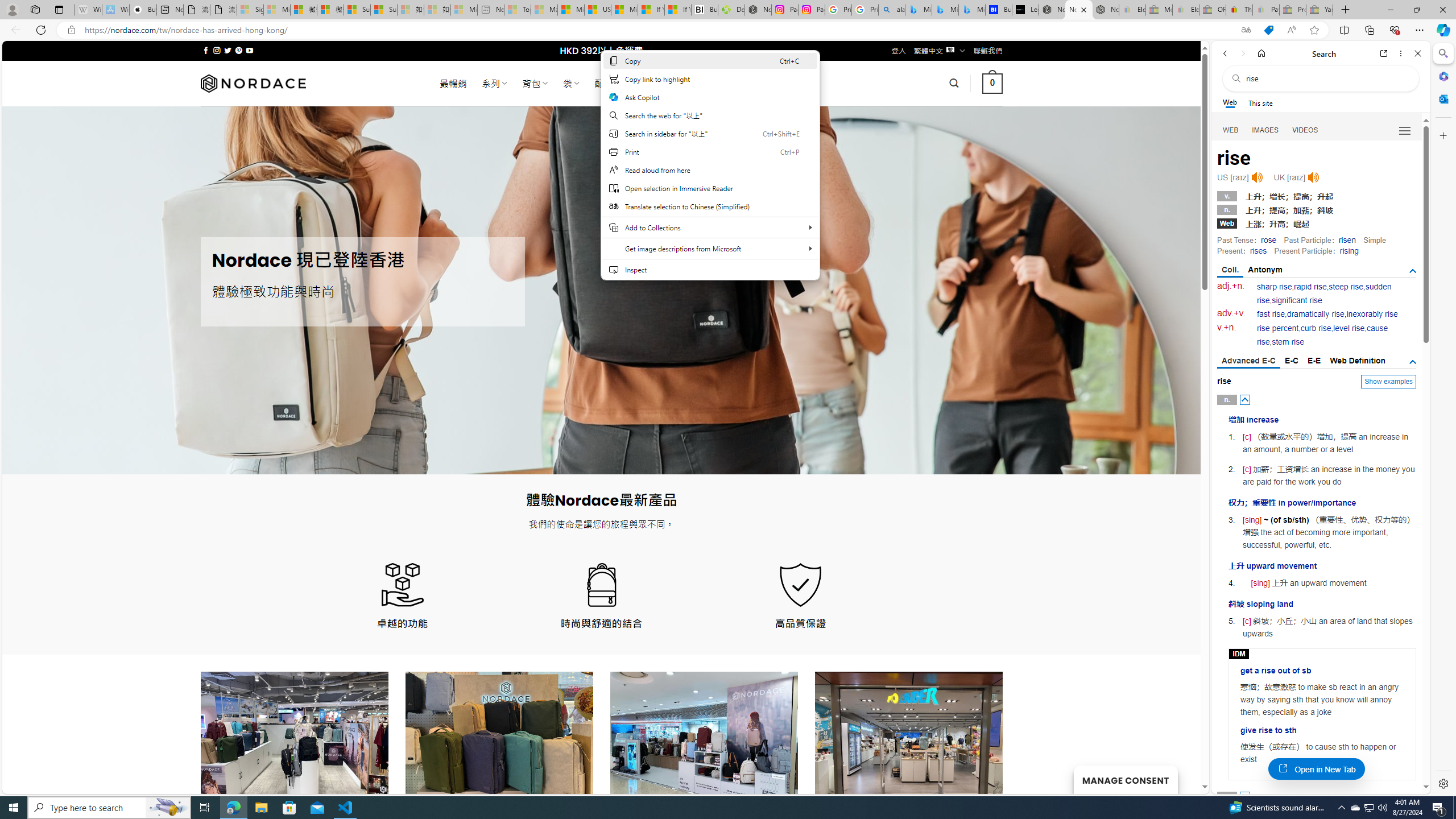  Describe the element at coordinates (1230, 102) in the screenshot. I see `'Web scope'` at that location.